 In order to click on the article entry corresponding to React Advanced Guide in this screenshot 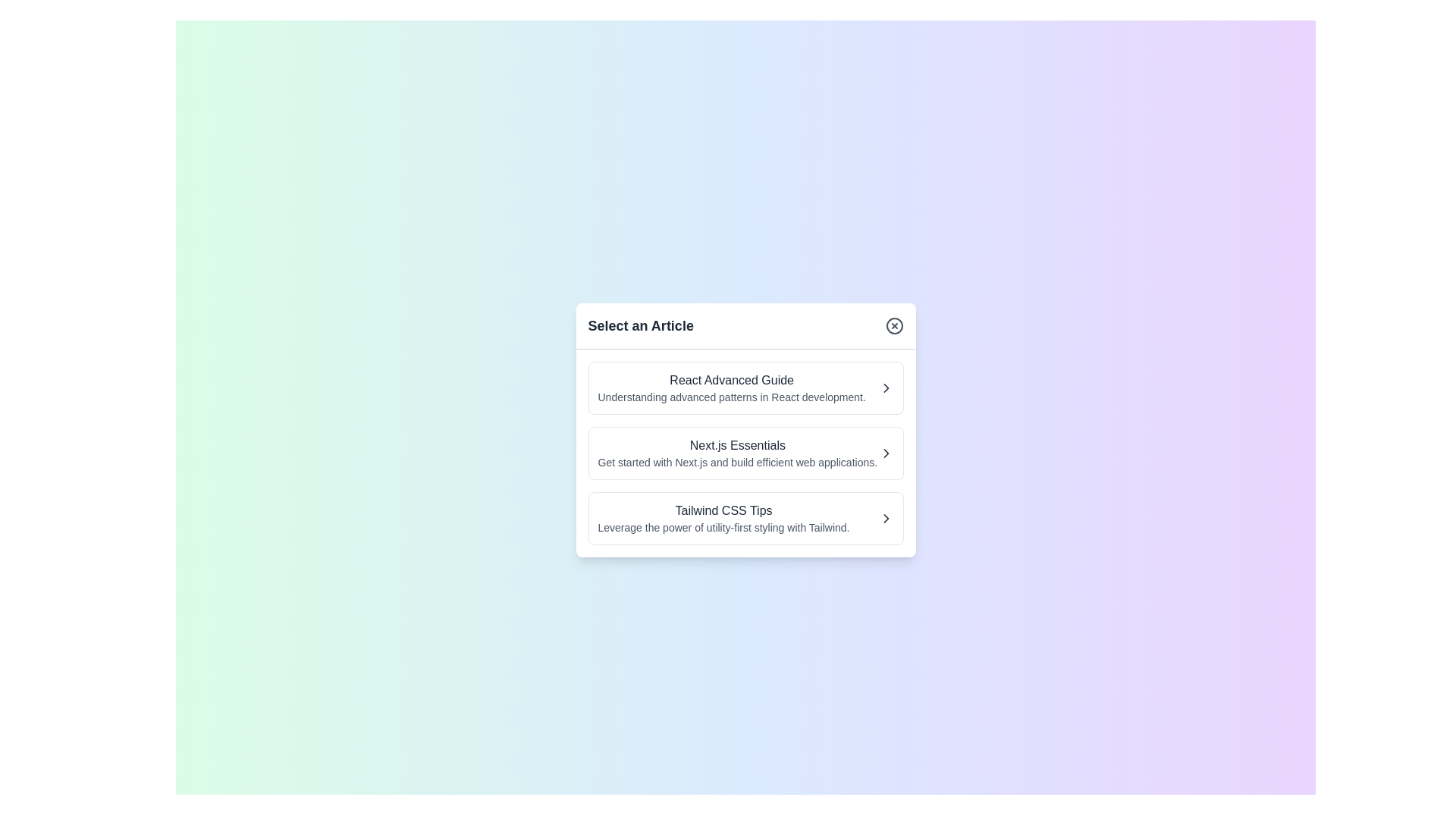, I will do `click(745, 387)`.